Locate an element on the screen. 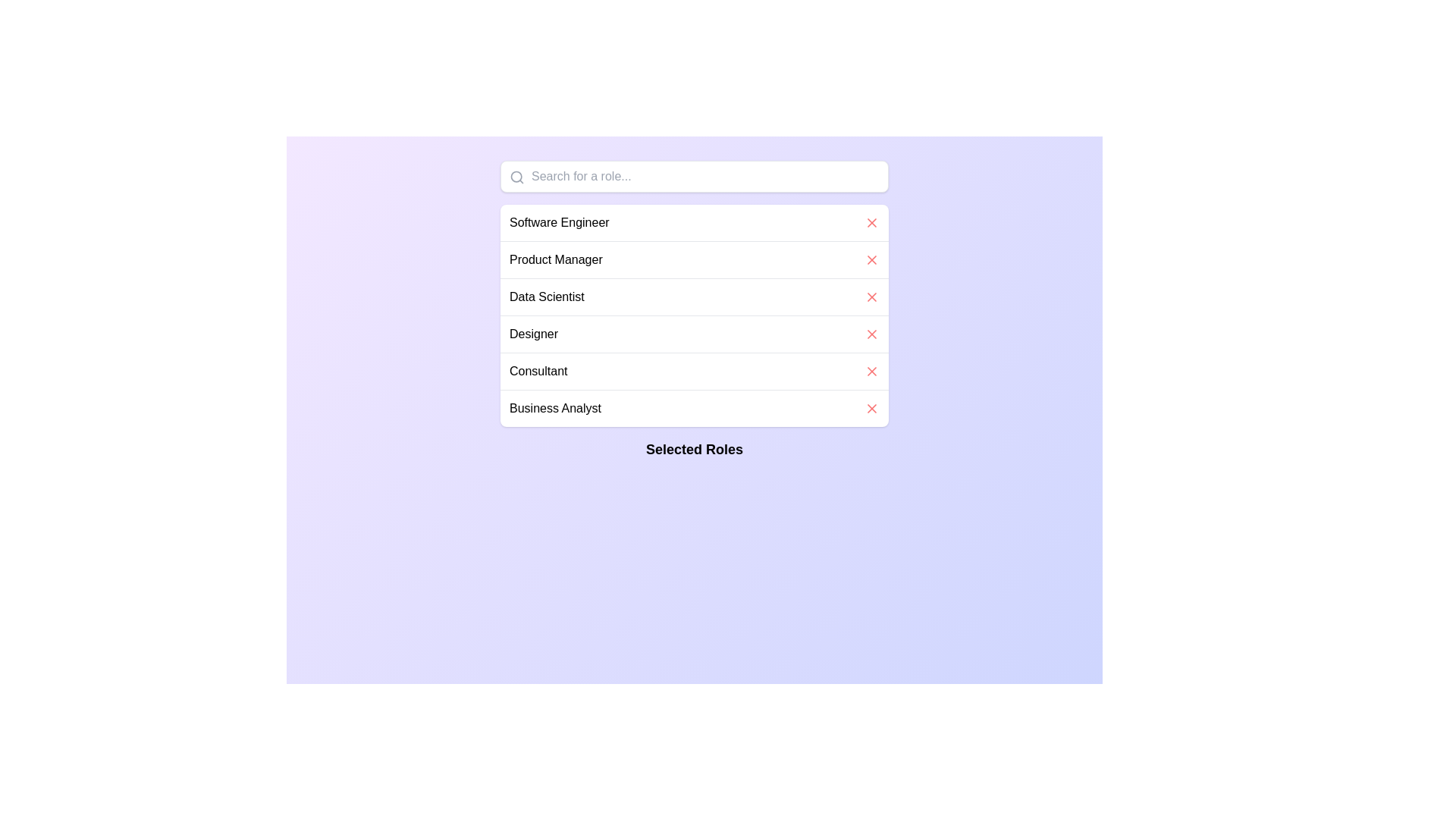  to select the role displayed in the text label showing 'Consultant', which is located in the fifth row of a vertically aligned list of roles is located at coordinates (538, 371).